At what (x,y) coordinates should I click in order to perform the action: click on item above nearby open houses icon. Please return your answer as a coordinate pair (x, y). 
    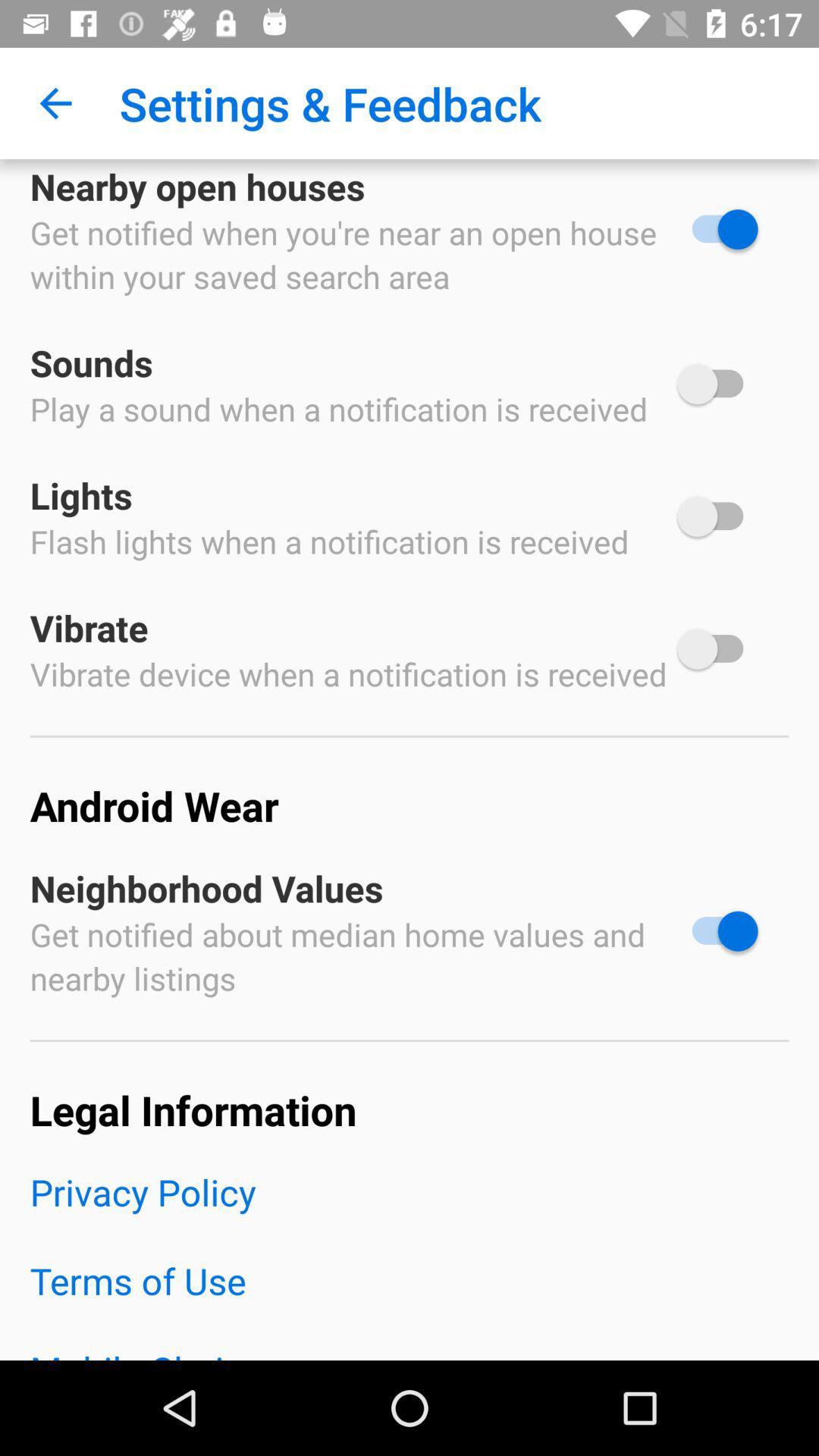
    Looking at the image, I should click on (55, 102).